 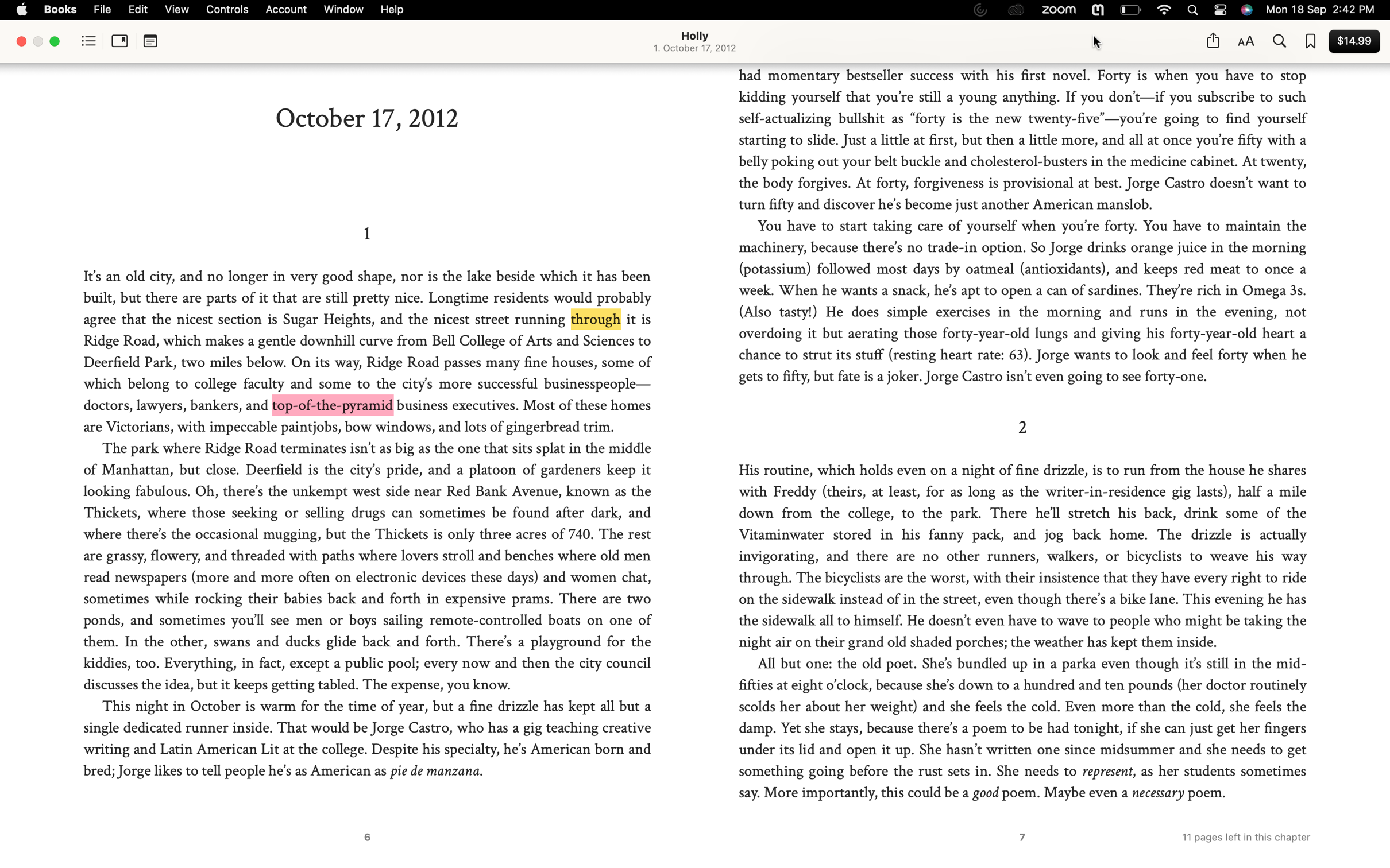 I want to click on Save the current webpage to your bookmarks and access the list of all bookmarked pages, so click(x=1311, y=42).